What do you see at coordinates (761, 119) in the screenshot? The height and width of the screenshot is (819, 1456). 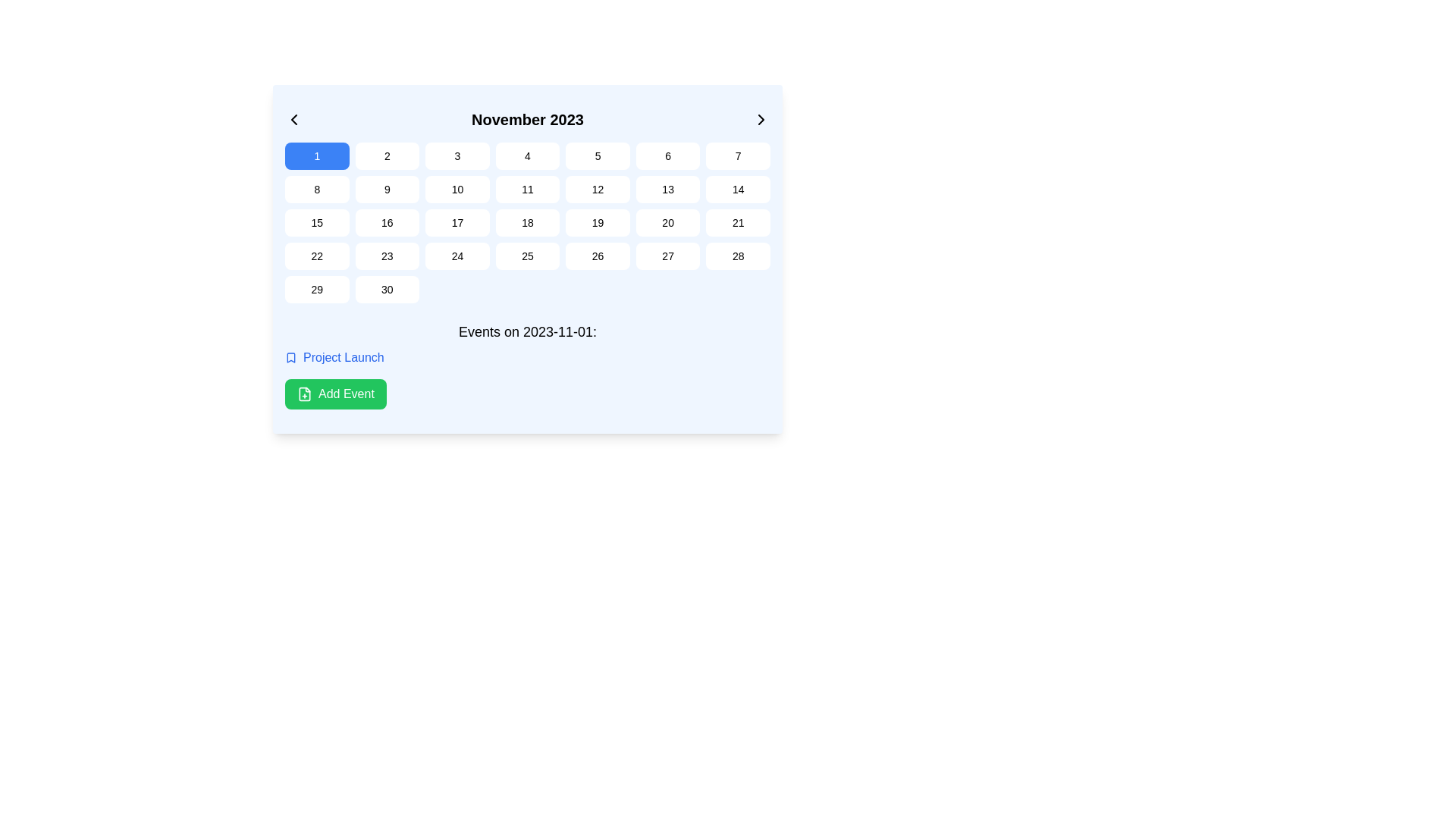 I see `the navigation button located at the far right of the header row displaying 'November 2023' to advance the calendar to the next month` at bounding box center [761, 119].